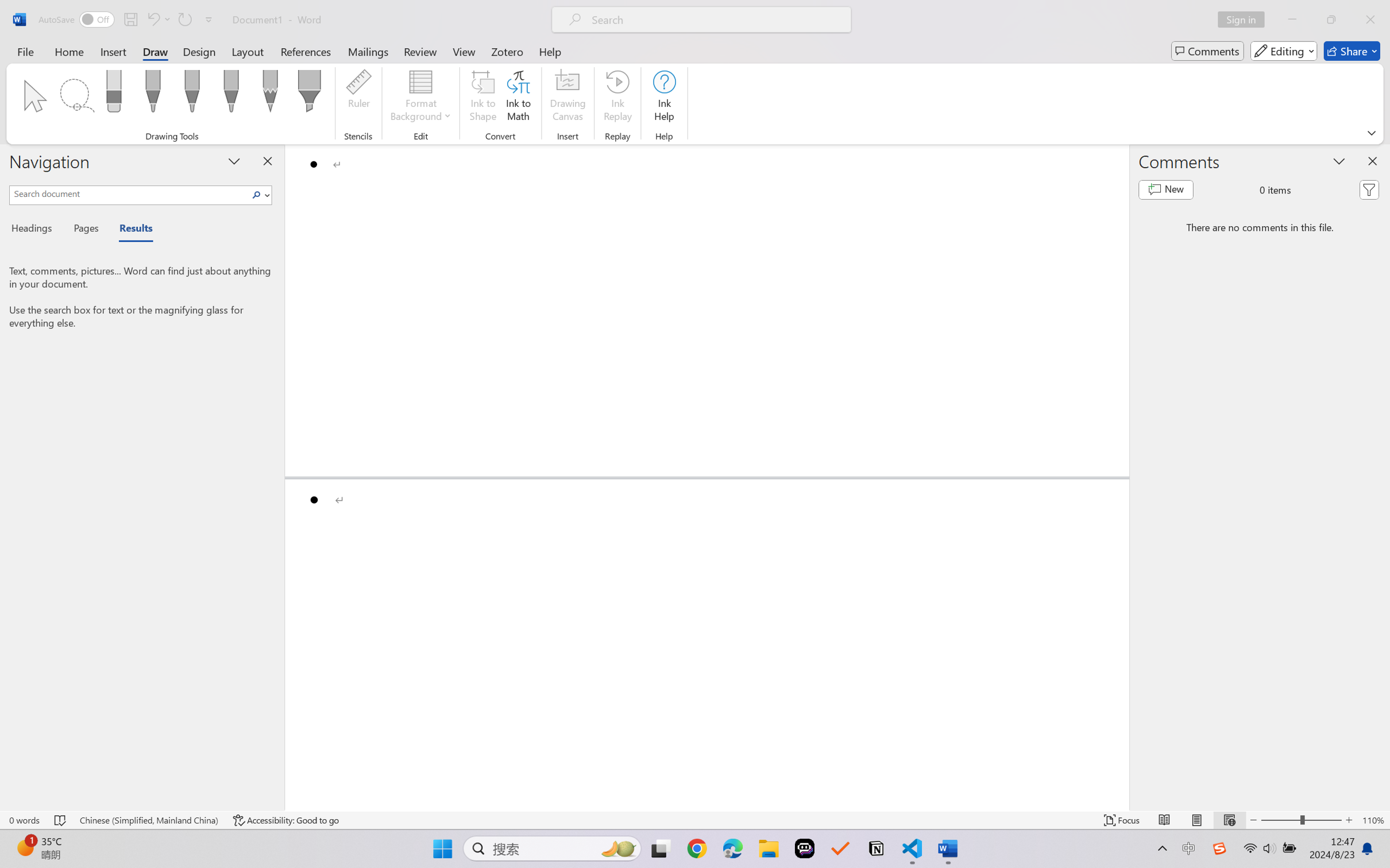 Image resolution: width=1390 pixels, height=868 pixels. I want to click on 'New comment', so click(1165, 190).